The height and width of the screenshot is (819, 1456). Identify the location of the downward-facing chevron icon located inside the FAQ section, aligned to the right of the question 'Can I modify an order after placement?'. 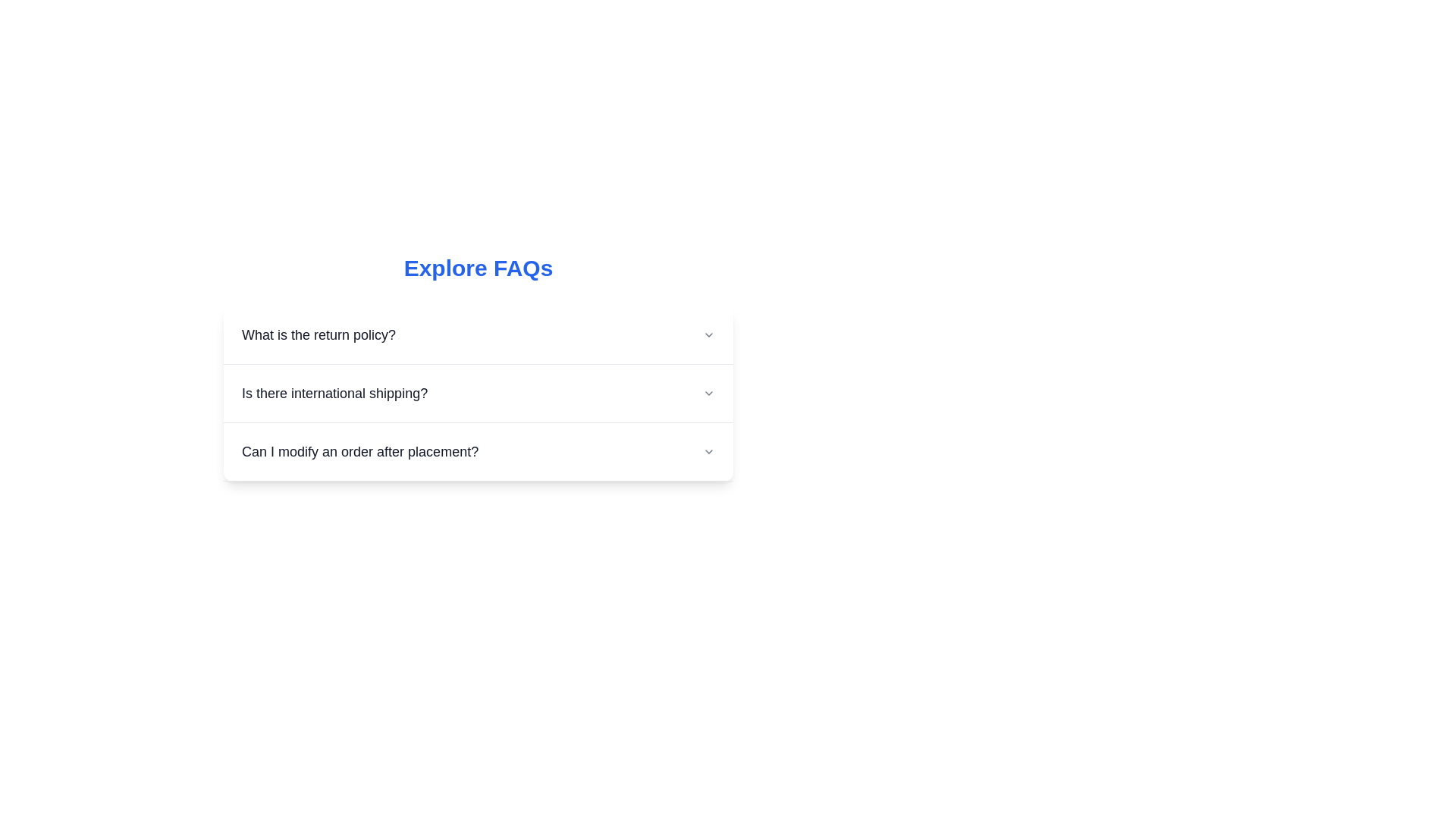
(708, 451).